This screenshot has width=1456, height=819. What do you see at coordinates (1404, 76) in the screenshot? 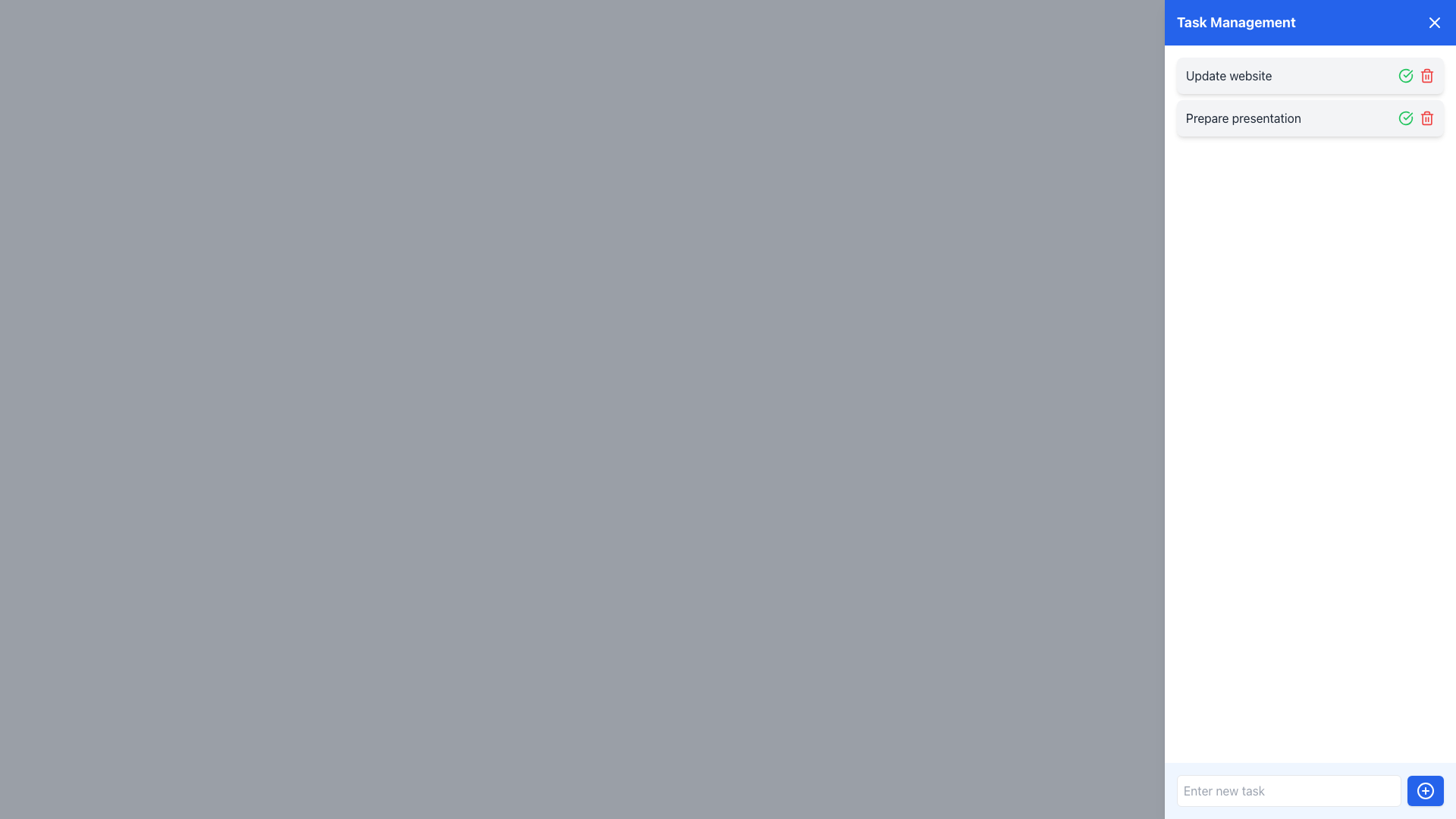
I see `the circular green outlined icon with a checkmark, located adjacent to the 'Prepare presentation' text` at bounding box center [1404, 76].